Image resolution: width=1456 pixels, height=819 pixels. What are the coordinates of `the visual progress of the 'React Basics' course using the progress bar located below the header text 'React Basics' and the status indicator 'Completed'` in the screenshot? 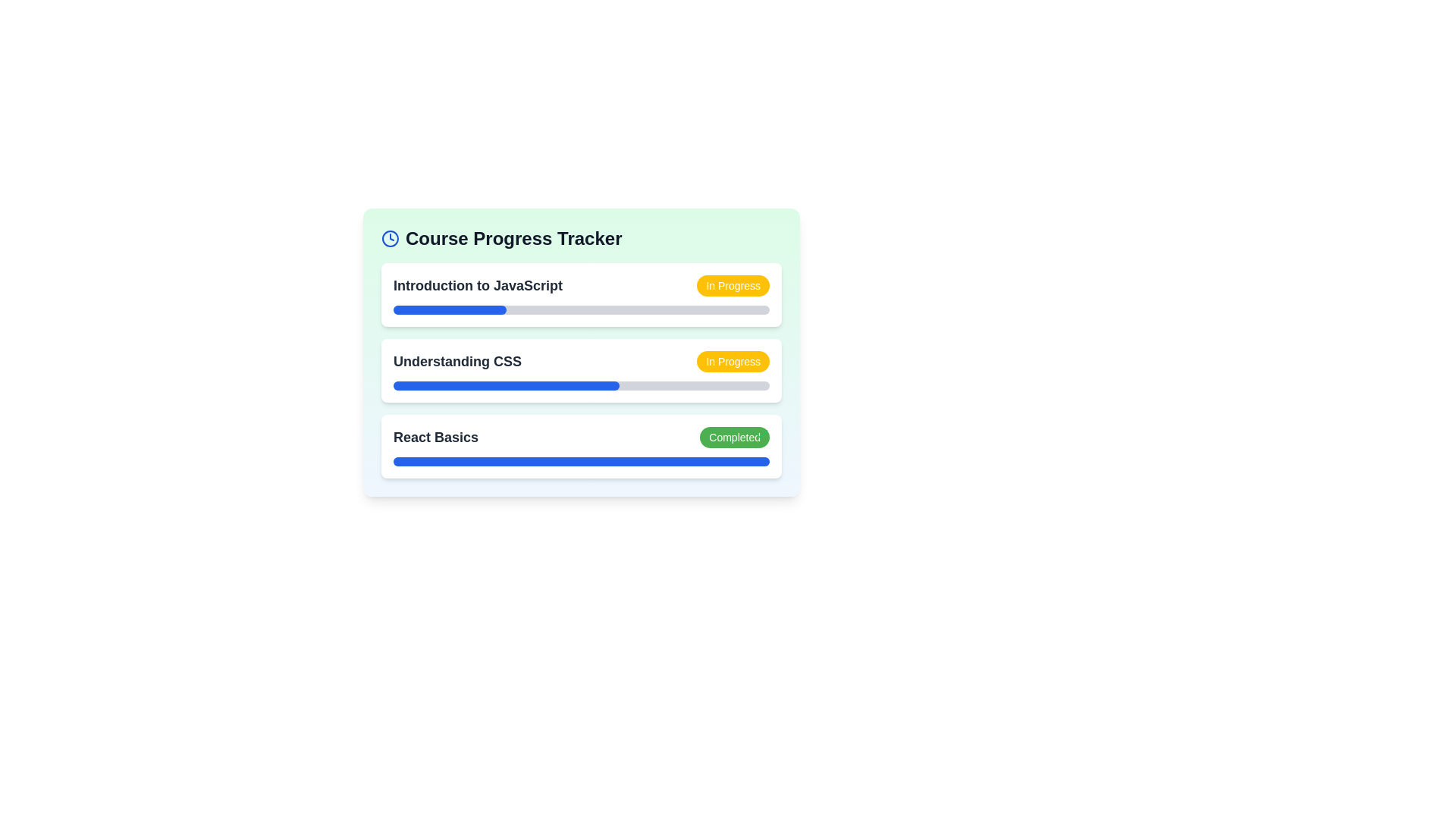 It's located at (581, 461).